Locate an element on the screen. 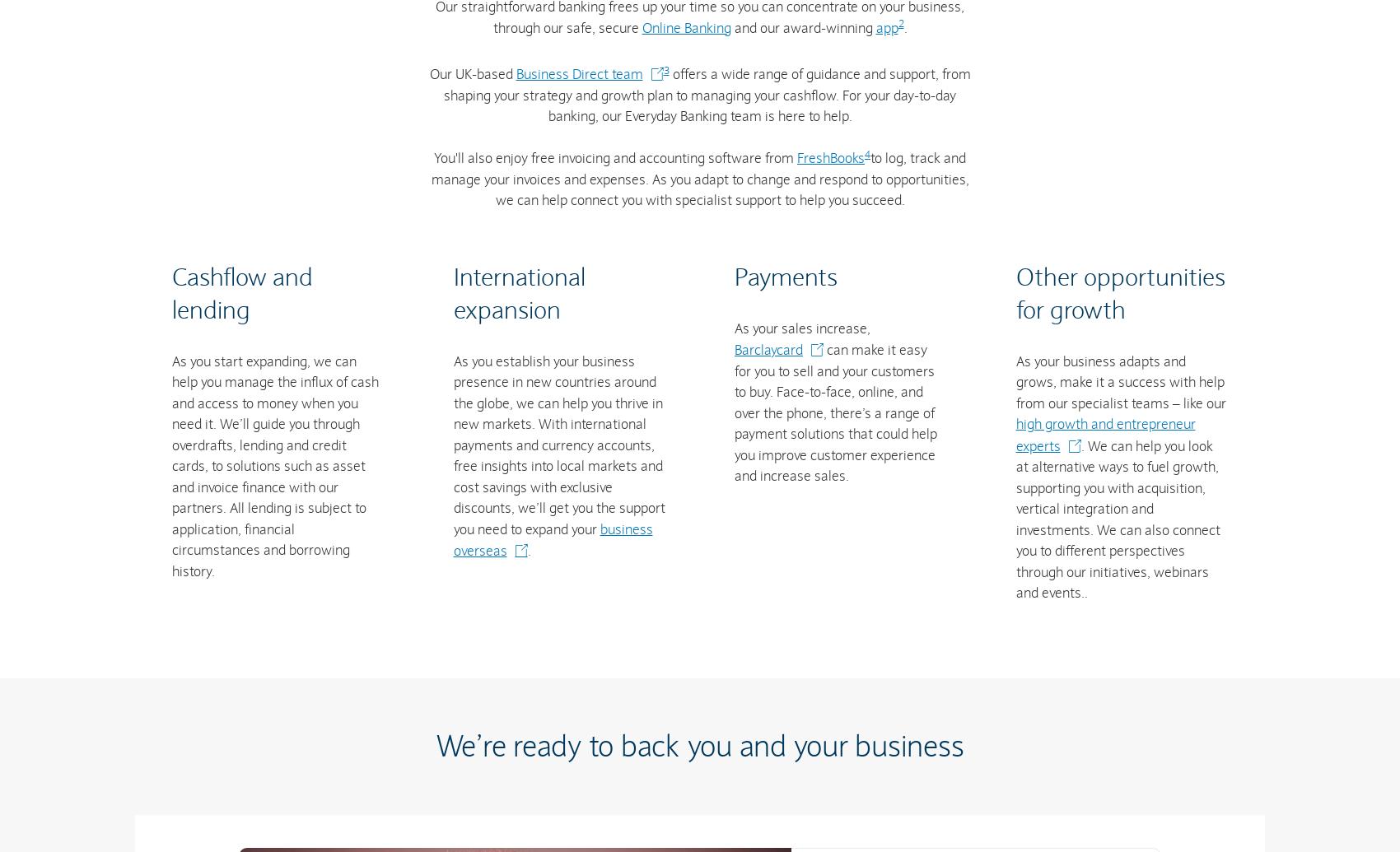 This screenshot has height=852, width=1400. 'We don’t offer tax advice. If you’re not sure about tax or how VAT and other forms of tax work, seek independent financial advice. More Information about tax can be found on the' is located at coordinates (688, 126).